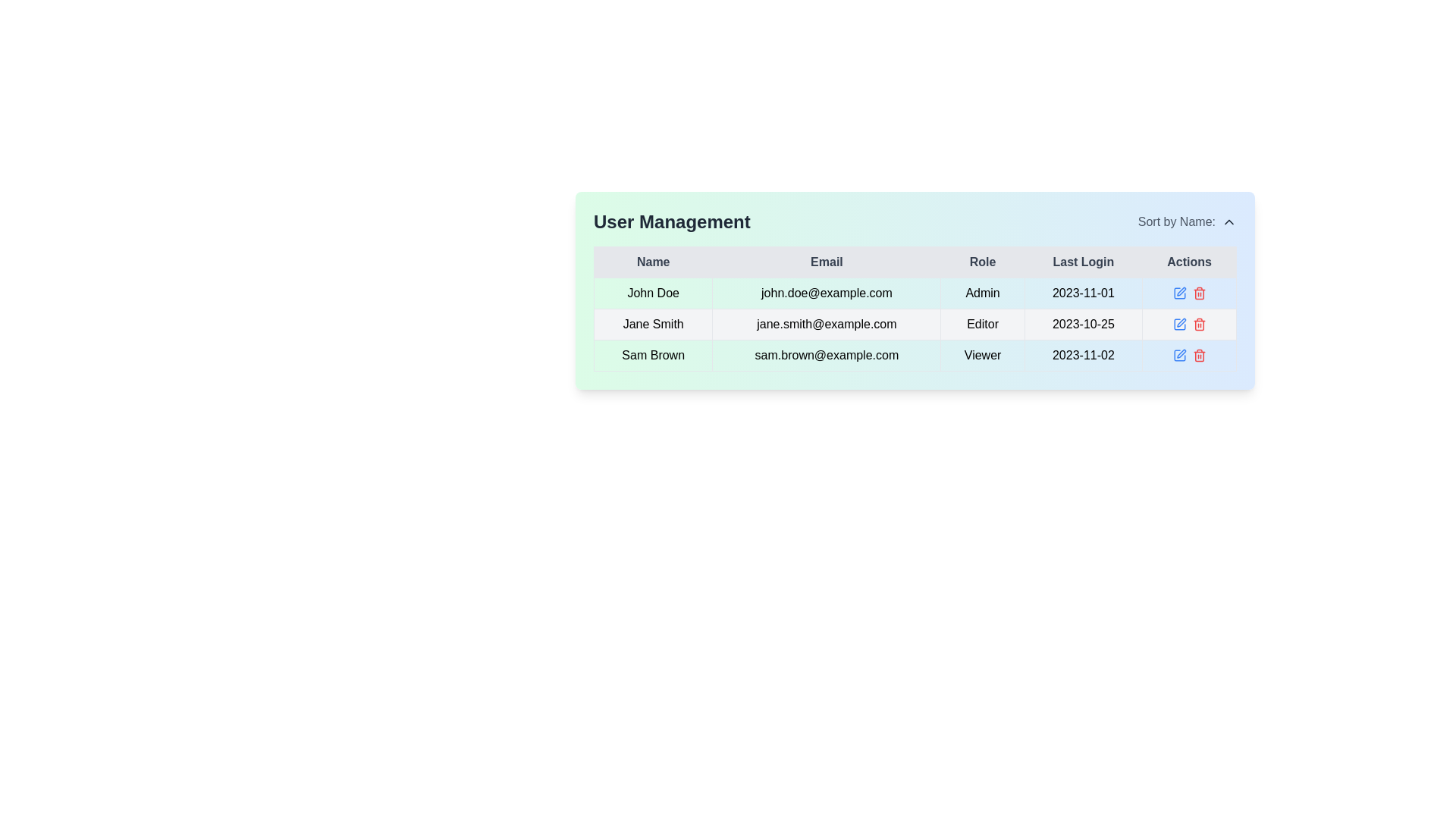 This screenshot has height=819, width=1456. Describe the element at coordinates (983, 356) in the screenshot. I see `the static text label indicating the role of user 'Sam Brown' as 'Viewer' in the User Management Interface, located under the 'Role' column in the last row of the table` at that location.